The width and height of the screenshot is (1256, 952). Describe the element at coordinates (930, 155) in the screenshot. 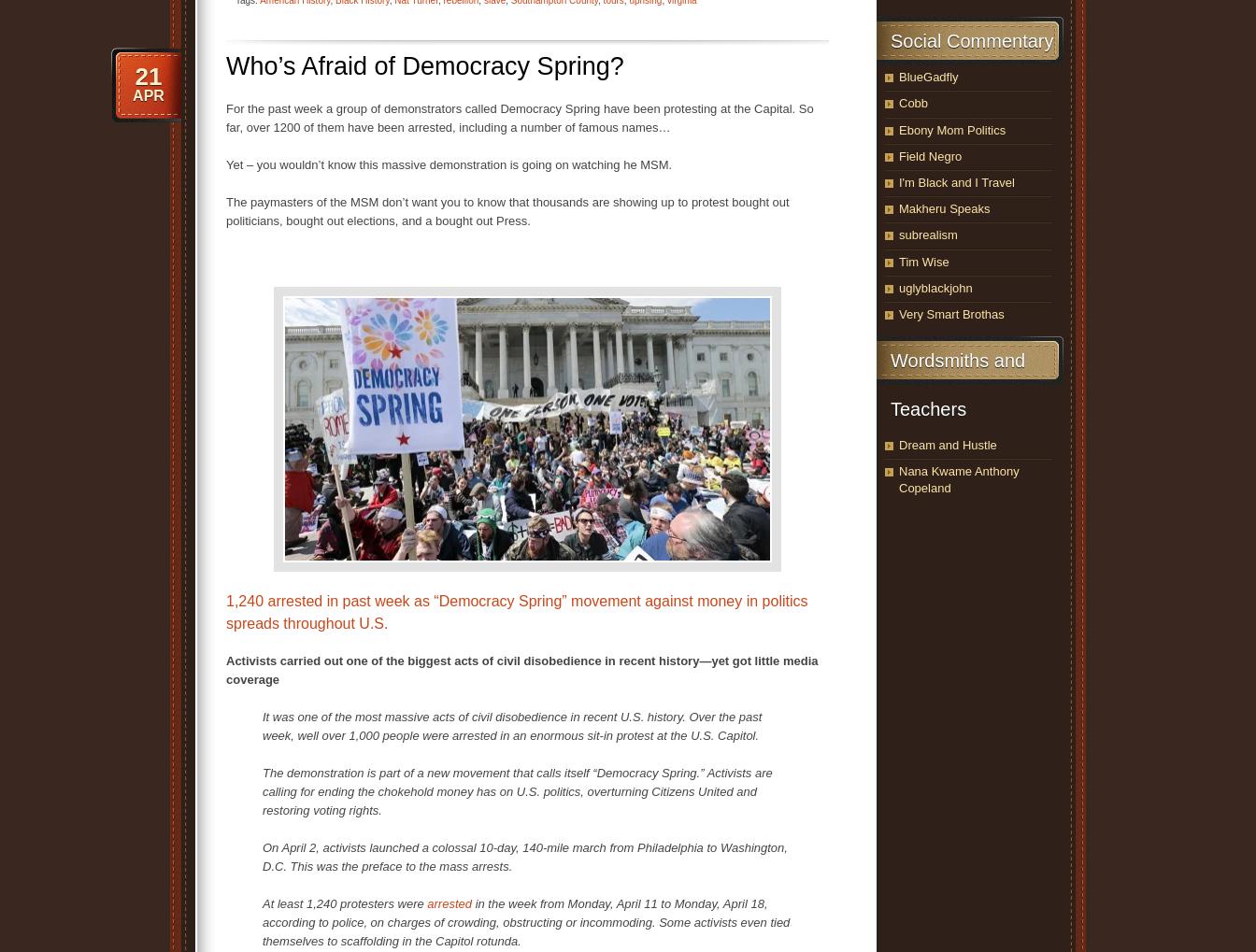

I see `'Field Negro'` at that location.